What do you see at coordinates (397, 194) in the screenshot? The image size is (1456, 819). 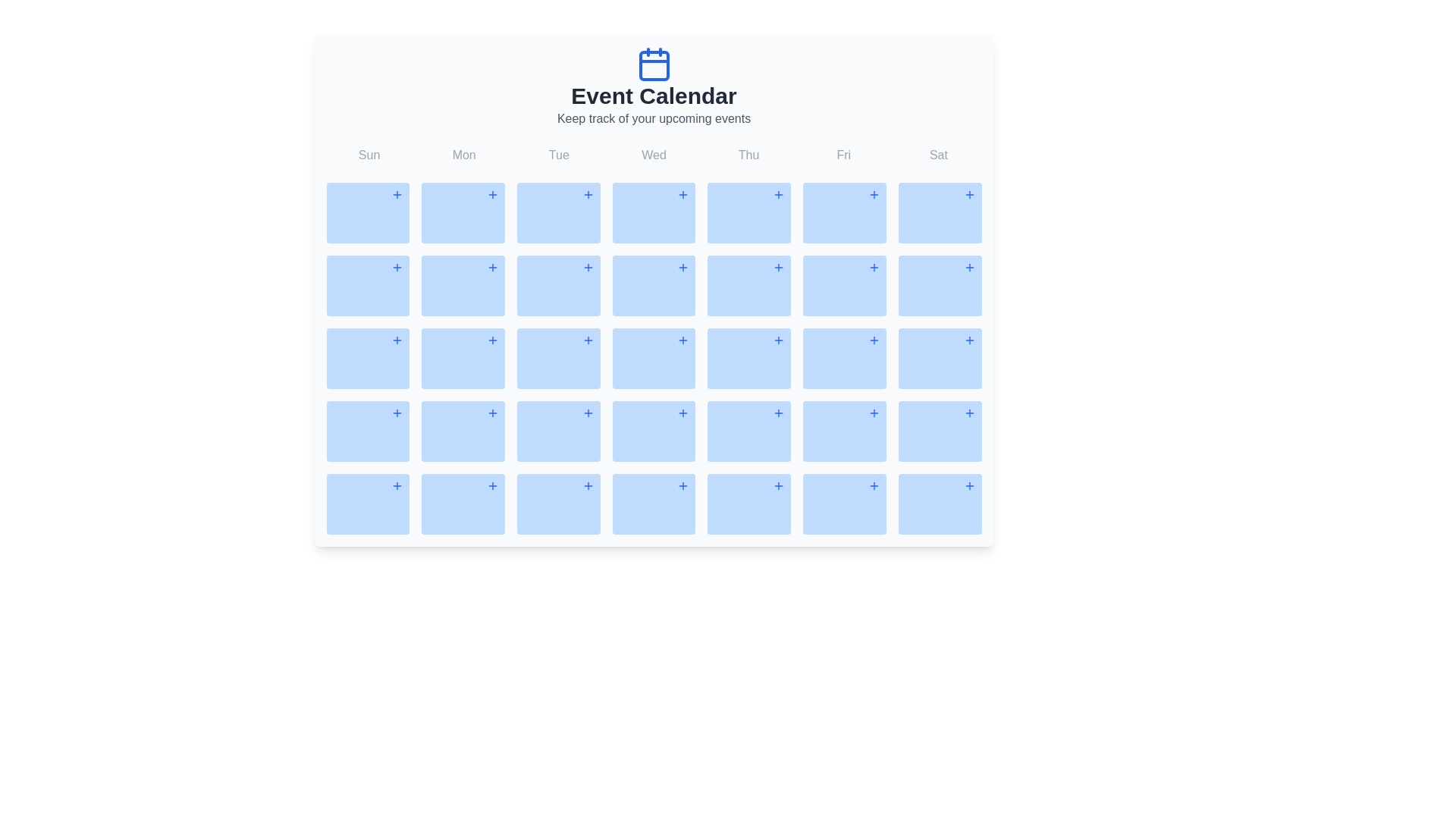 I see `the action button located in the first column and first row of the calendar grid` at bounding box center [397, 194].